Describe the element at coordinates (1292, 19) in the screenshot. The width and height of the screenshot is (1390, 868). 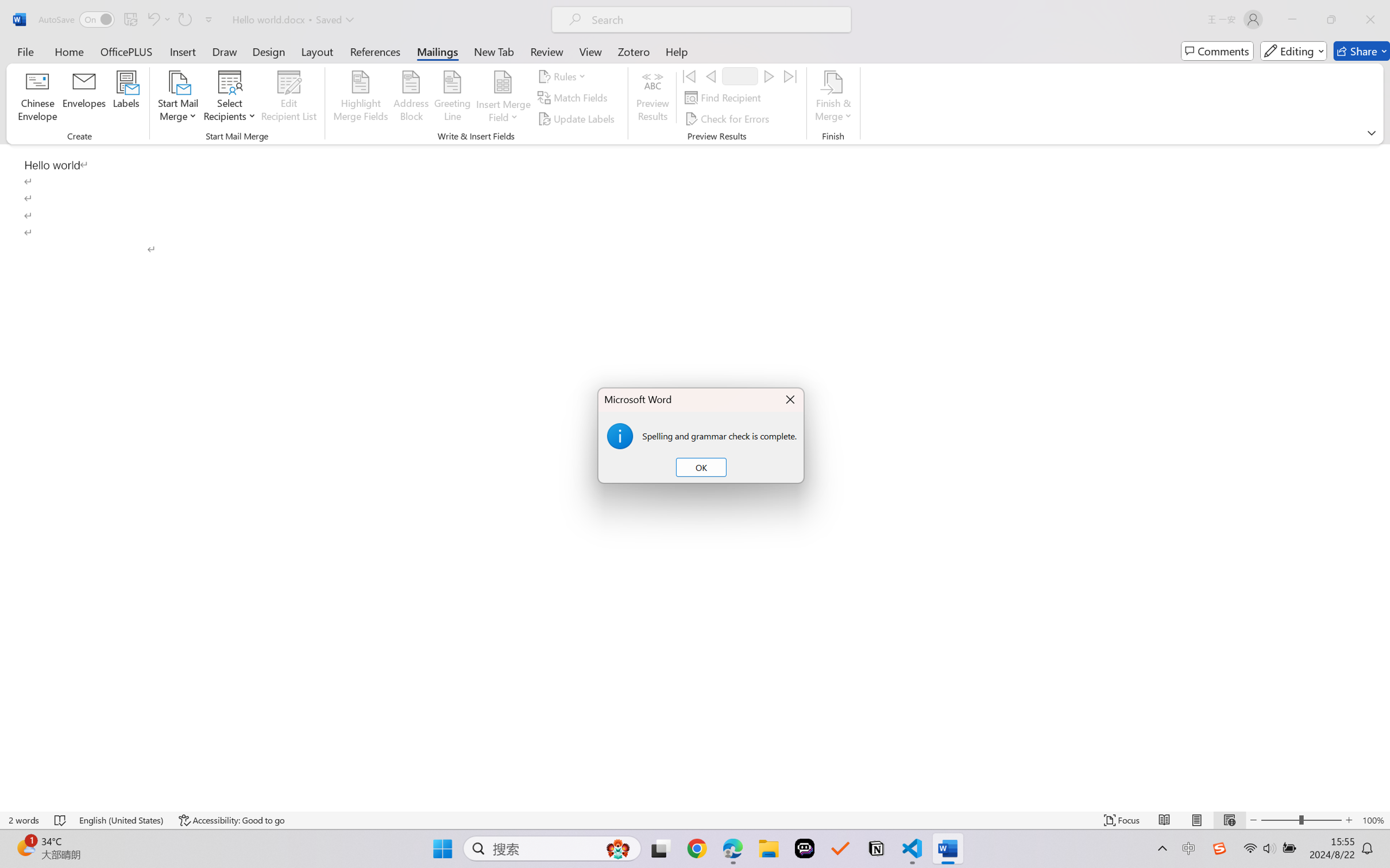
I see `'Minimize'` at that location.